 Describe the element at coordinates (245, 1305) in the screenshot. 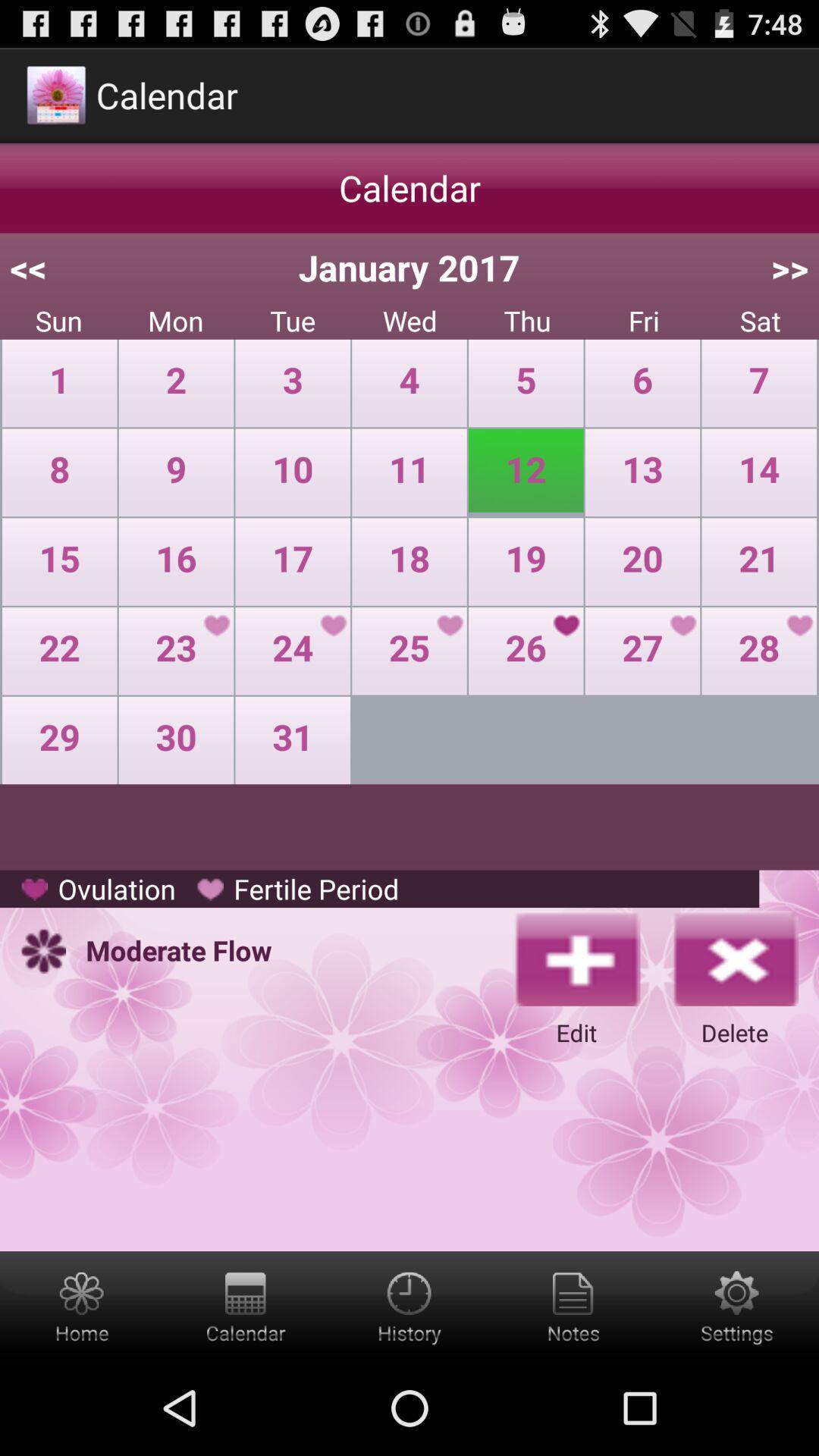

I see `calender` at that location.